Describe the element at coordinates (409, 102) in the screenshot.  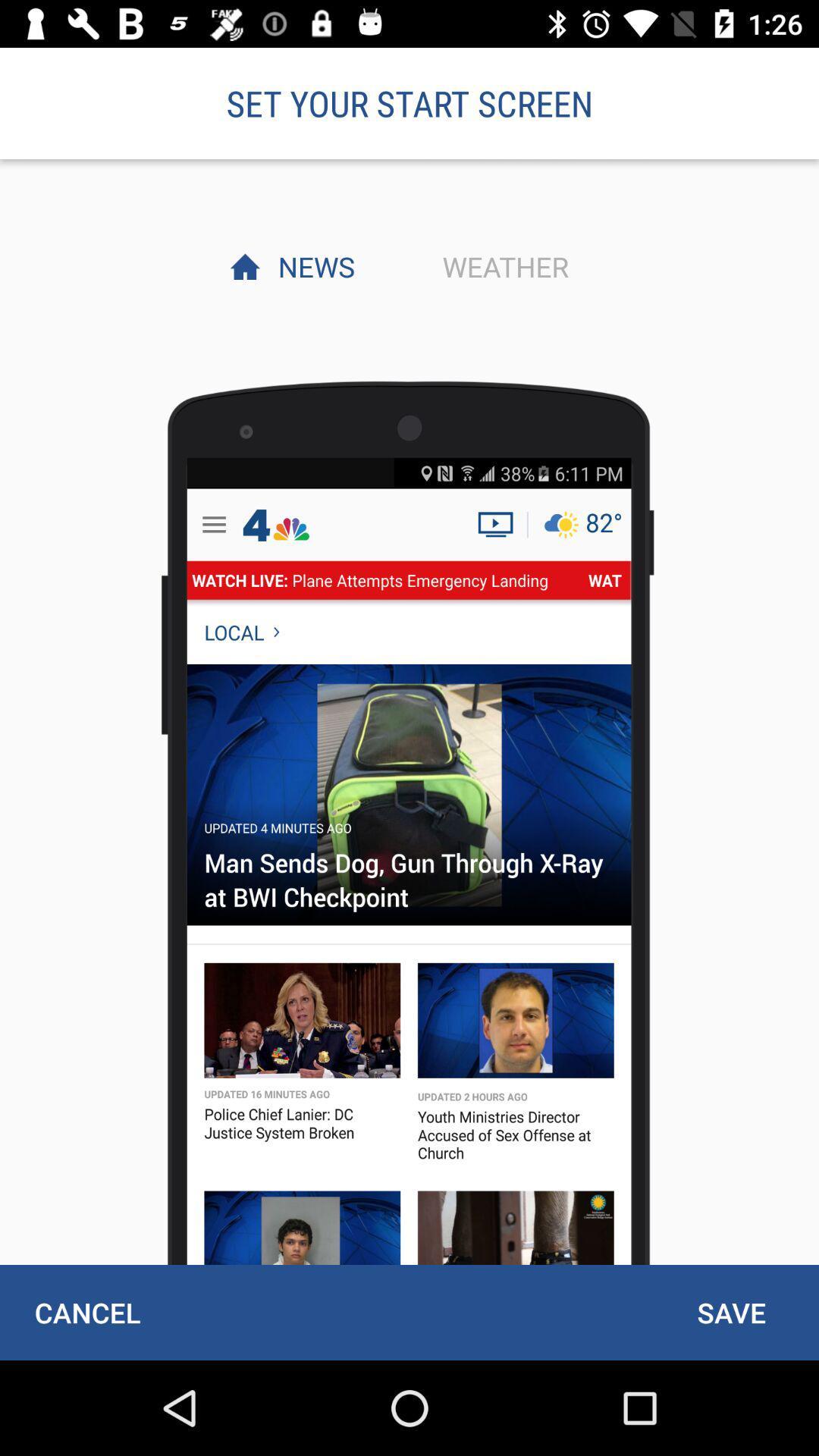
I see `icon above news` at that location.